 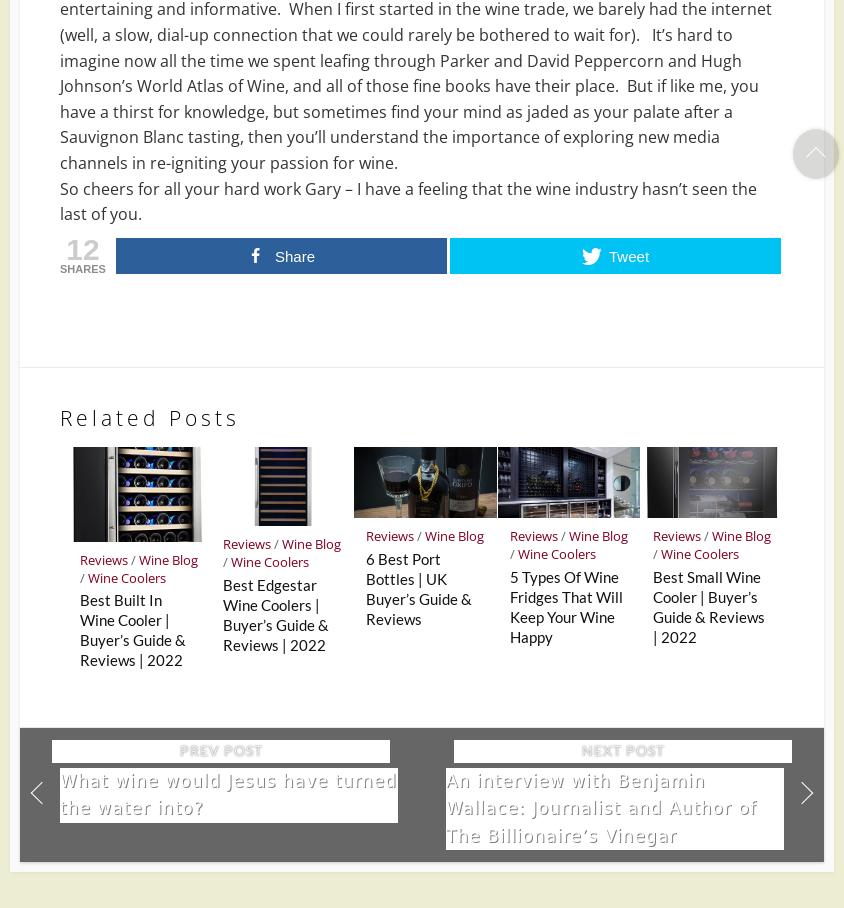 I want to click on 'An interview with Benjamin Wallace: Journalist and Author of The Billionaire’s Vinegar', so click(x=601, y=808).